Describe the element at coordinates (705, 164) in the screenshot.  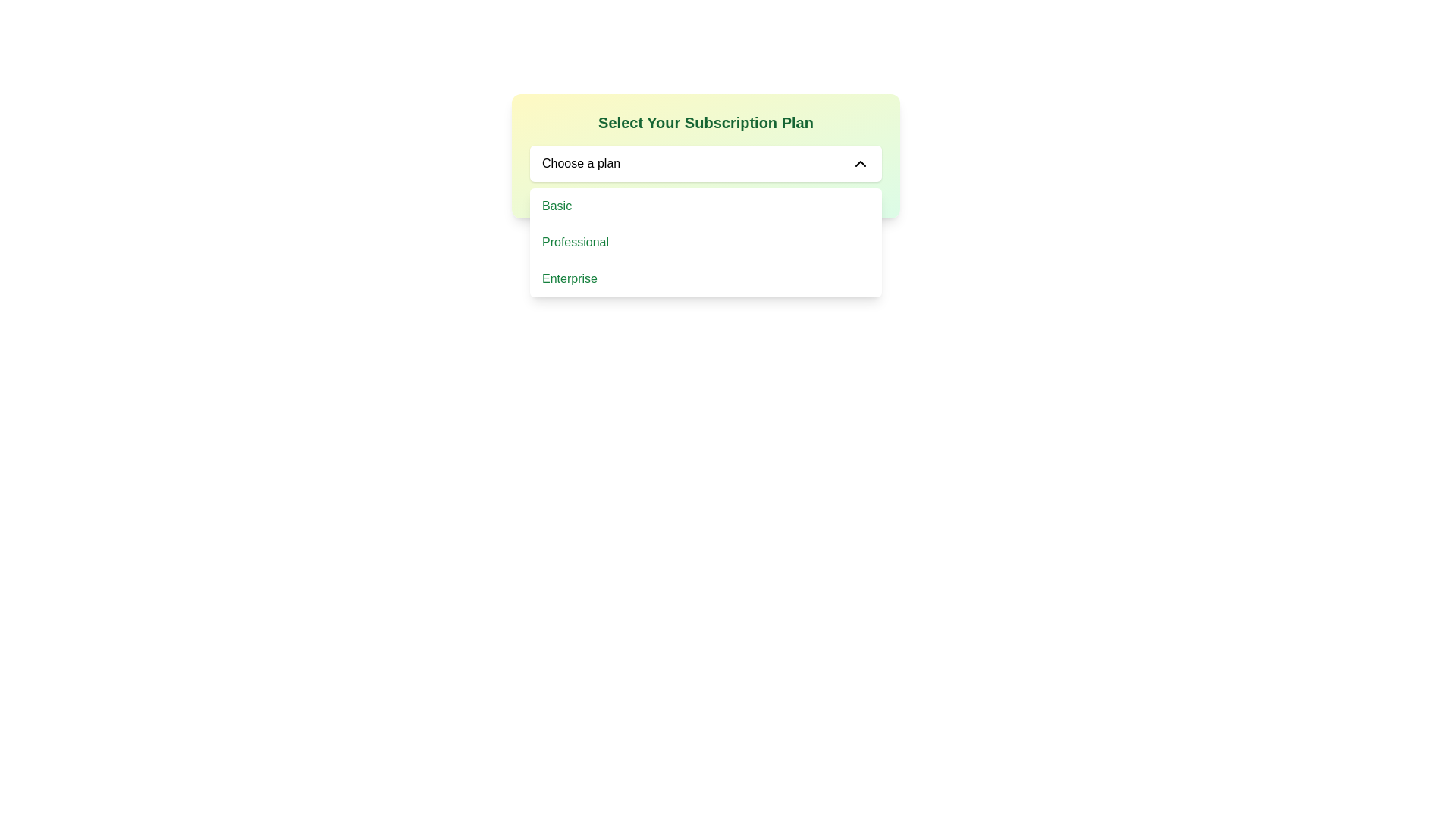
I see `the dropdown menu for selecting a subscription plan` at that location.